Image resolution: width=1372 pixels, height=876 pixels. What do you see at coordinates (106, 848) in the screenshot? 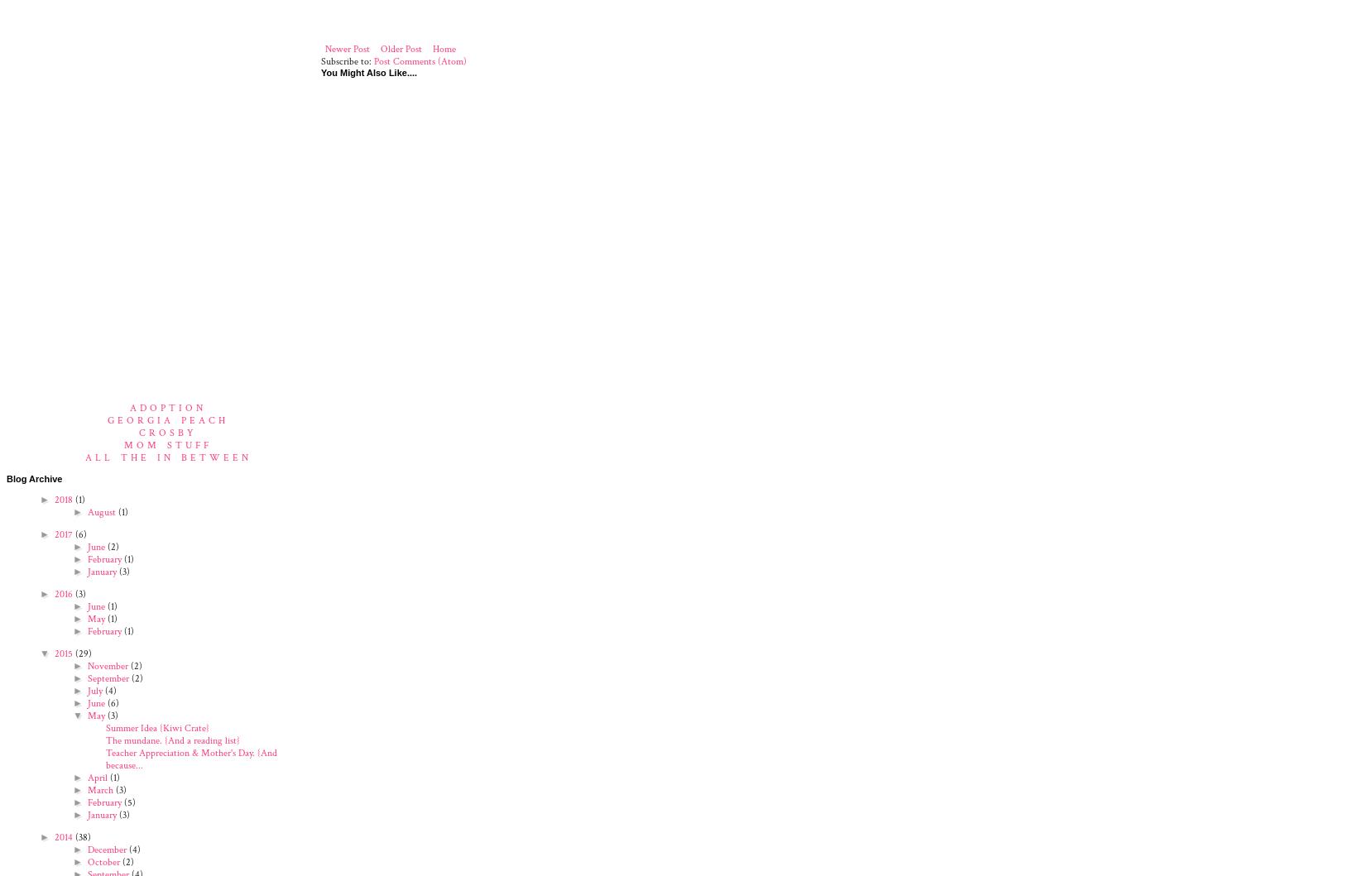
I see `'December'` at bounding box center [106, 848].